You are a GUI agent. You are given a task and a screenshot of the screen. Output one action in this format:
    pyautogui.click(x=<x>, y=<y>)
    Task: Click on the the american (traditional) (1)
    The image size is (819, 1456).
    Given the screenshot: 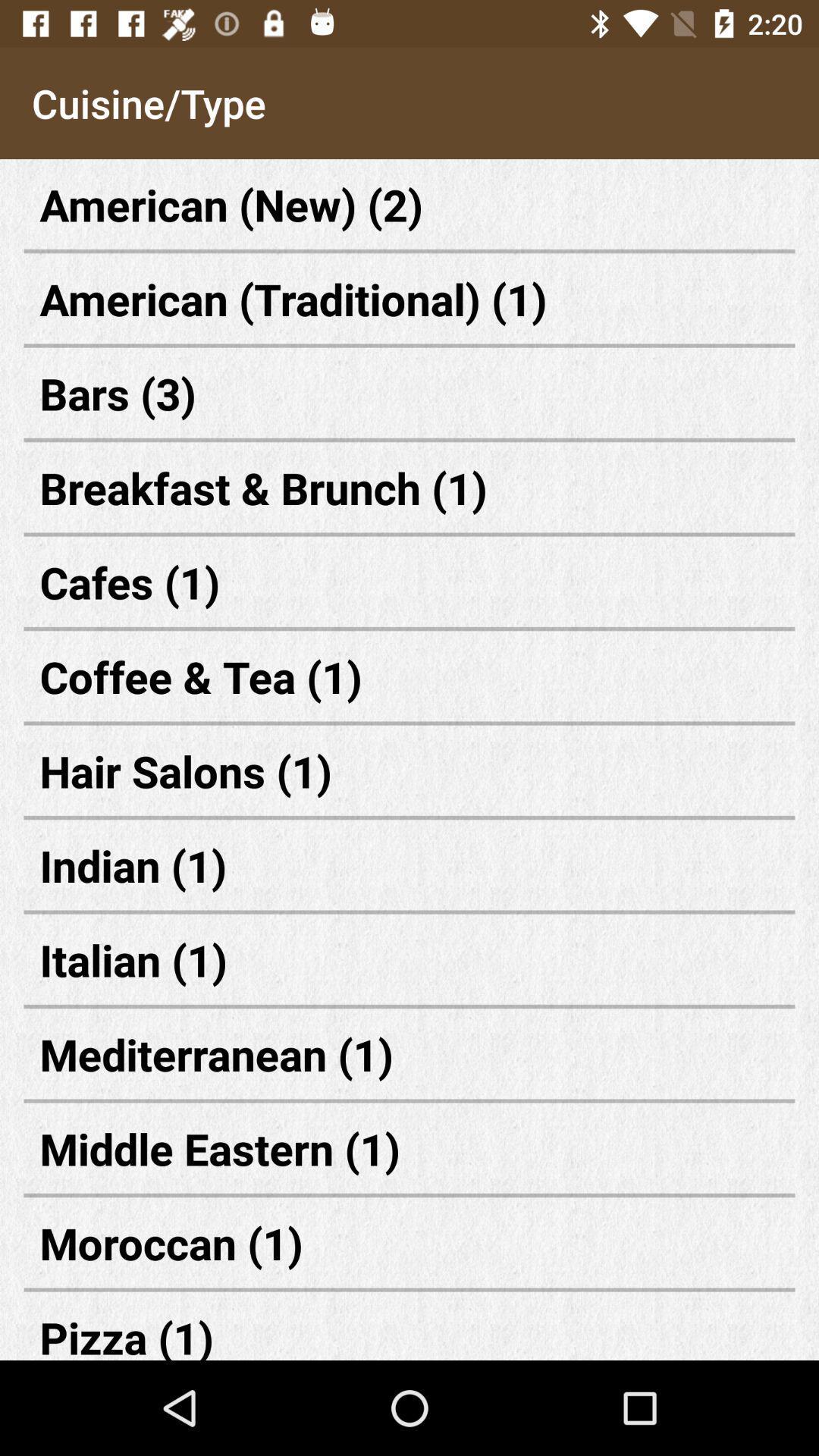 What is the action you would take?
    pyautogui.click(x=409, y=299)
    